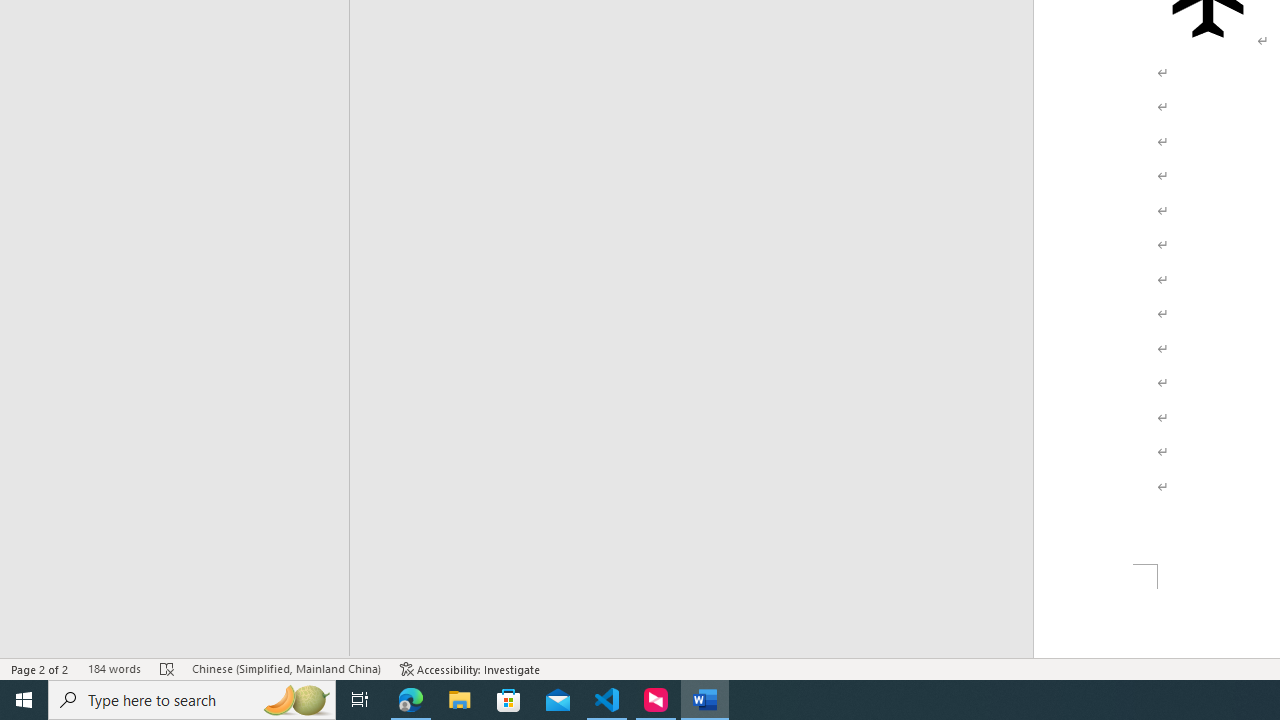 The height and width of the screenshot is (720, 1280). What do you see at coordinates (459, 698) in the screenshot?
I see `'File Explorer'` at bounding box center [459, 698].